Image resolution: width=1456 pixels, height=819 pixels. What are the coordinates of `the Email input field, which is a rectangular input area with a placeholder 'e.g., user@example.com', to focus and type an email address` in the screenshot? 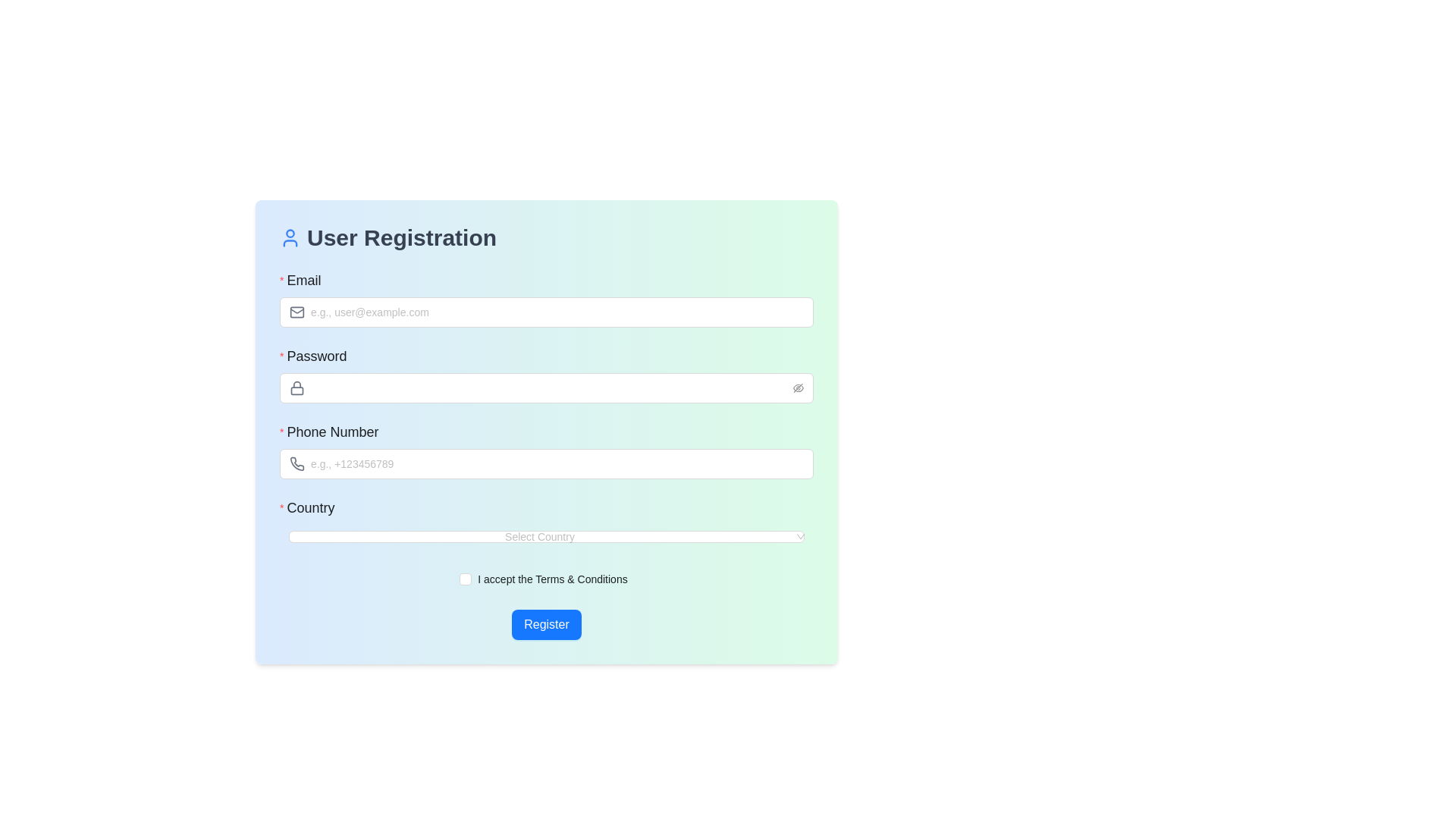 It's located at (556, 312).